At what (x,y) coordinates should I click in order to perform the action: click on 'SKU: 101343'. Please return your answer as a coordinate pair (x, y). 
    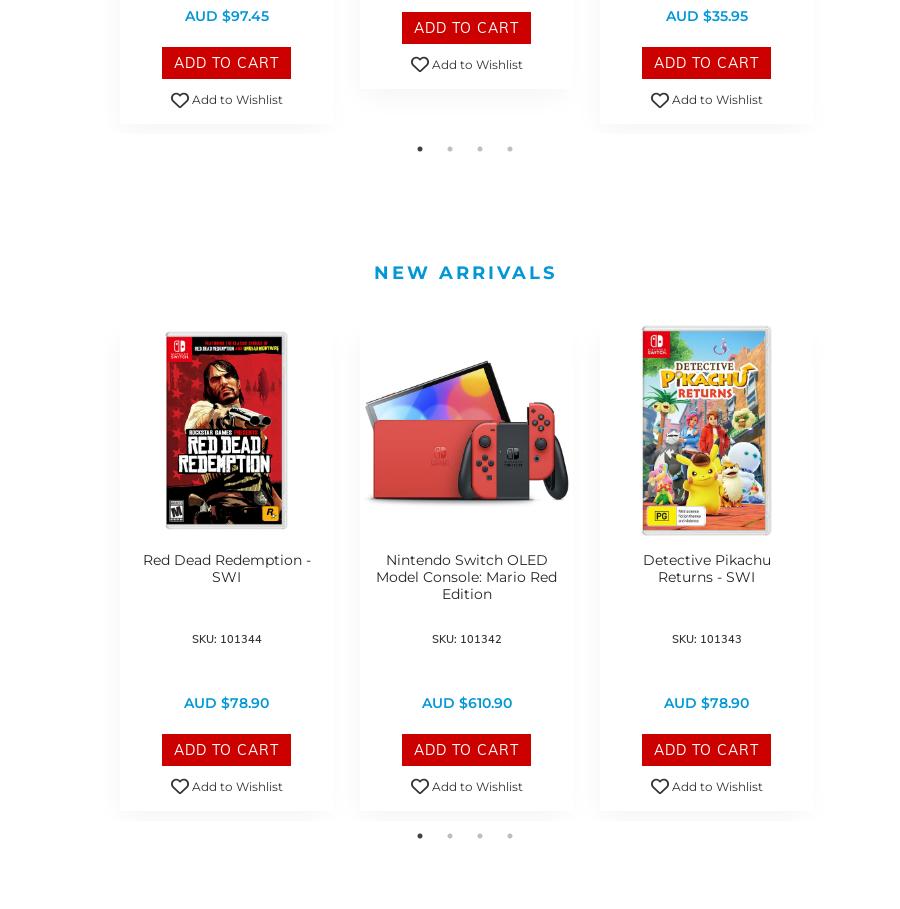
    Looking at the image, I should click on (704, 638).